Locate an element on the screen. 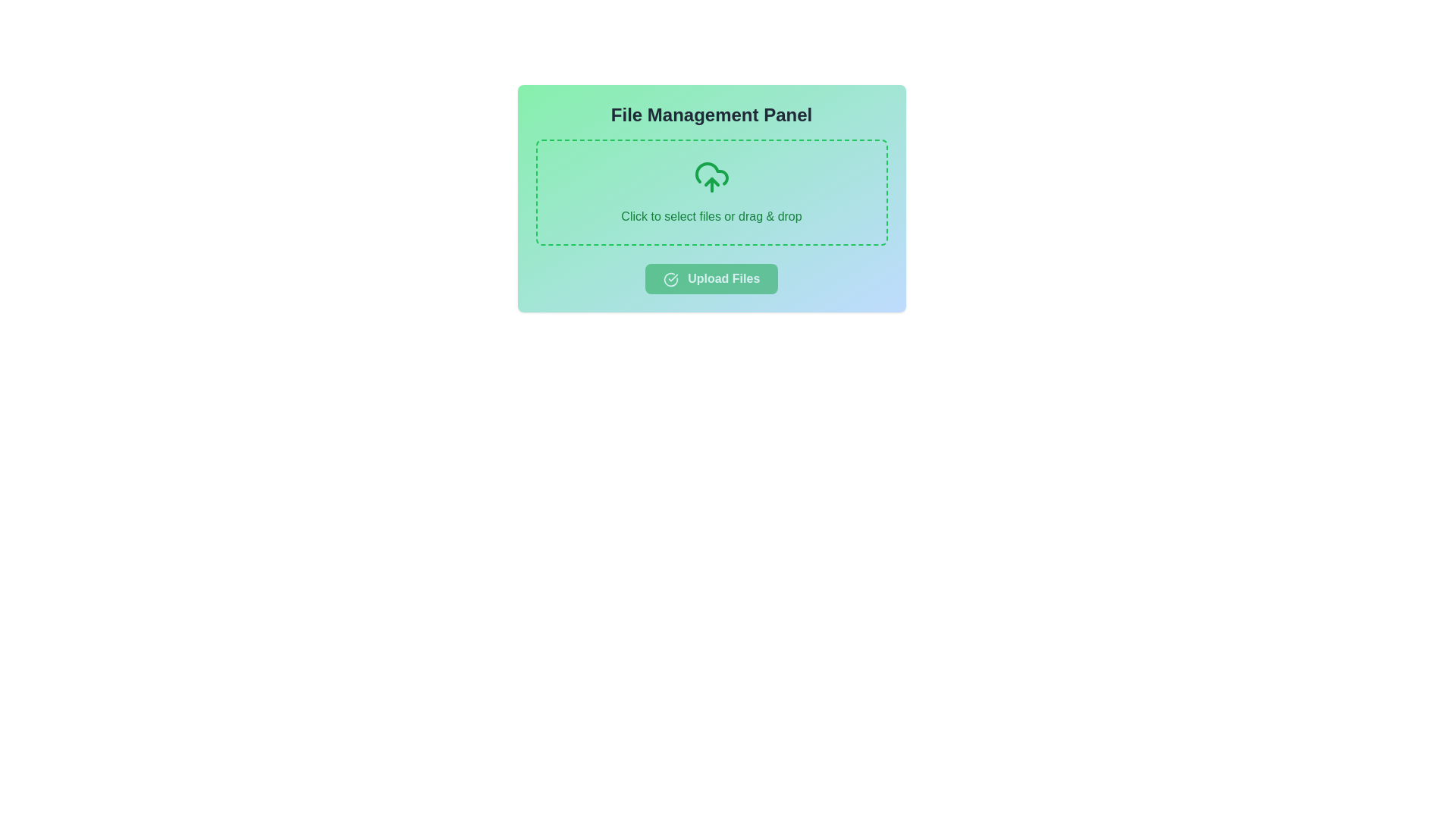  the decorative vector graphic shape in the 'File Management Panel' interface, which enhances the visual representation of the file upload area and is positioned centrally between a downward arrow and a vertical line is located at coordinates (711, 173).